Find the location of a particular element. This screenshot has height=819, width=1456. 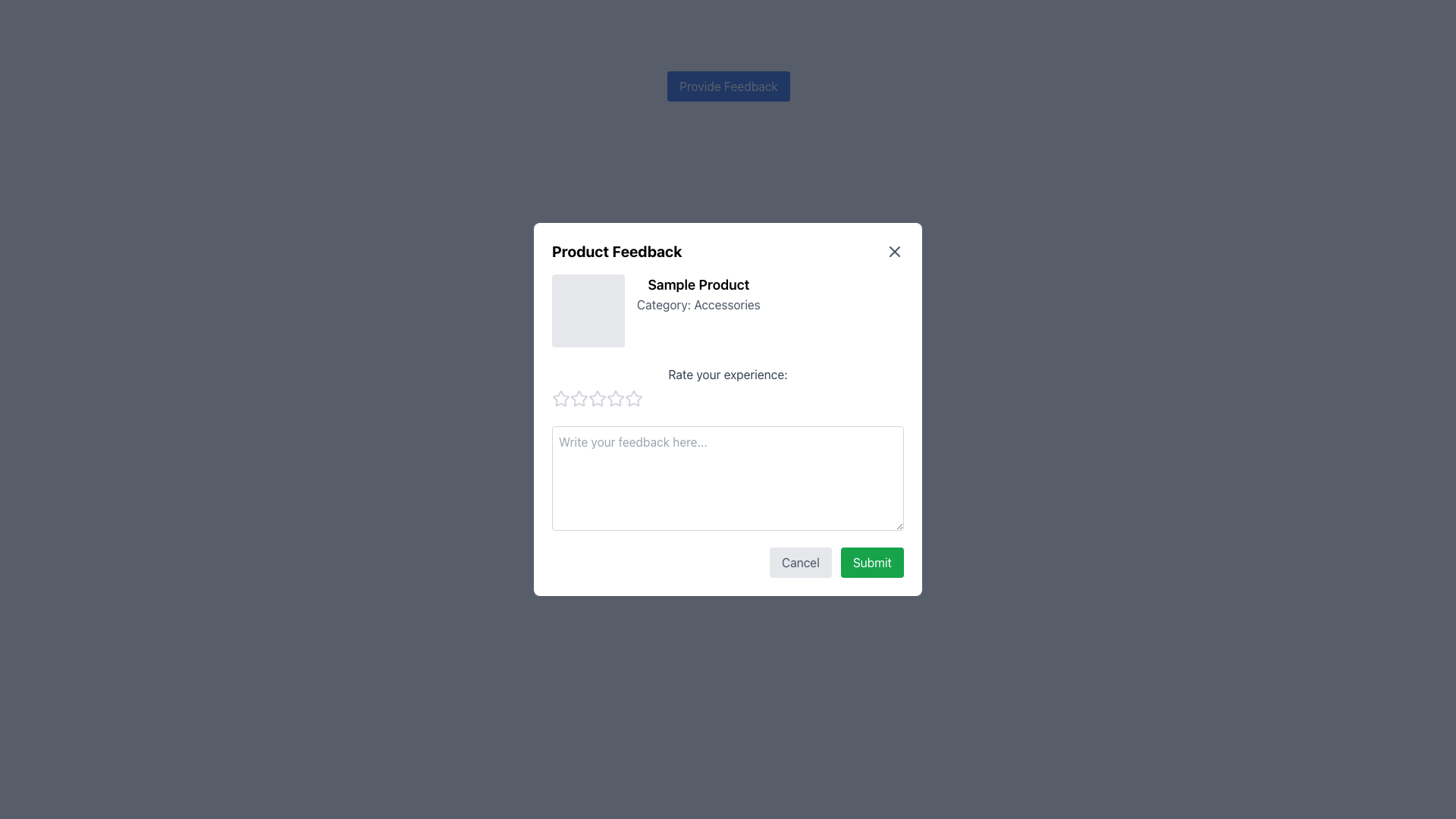

the feedback input textarea, which is located within the feedback modal below the 'Rate your experience:' section and above the 'Cancel' and 'Submit' buttons is located at coordinates (728, 479).